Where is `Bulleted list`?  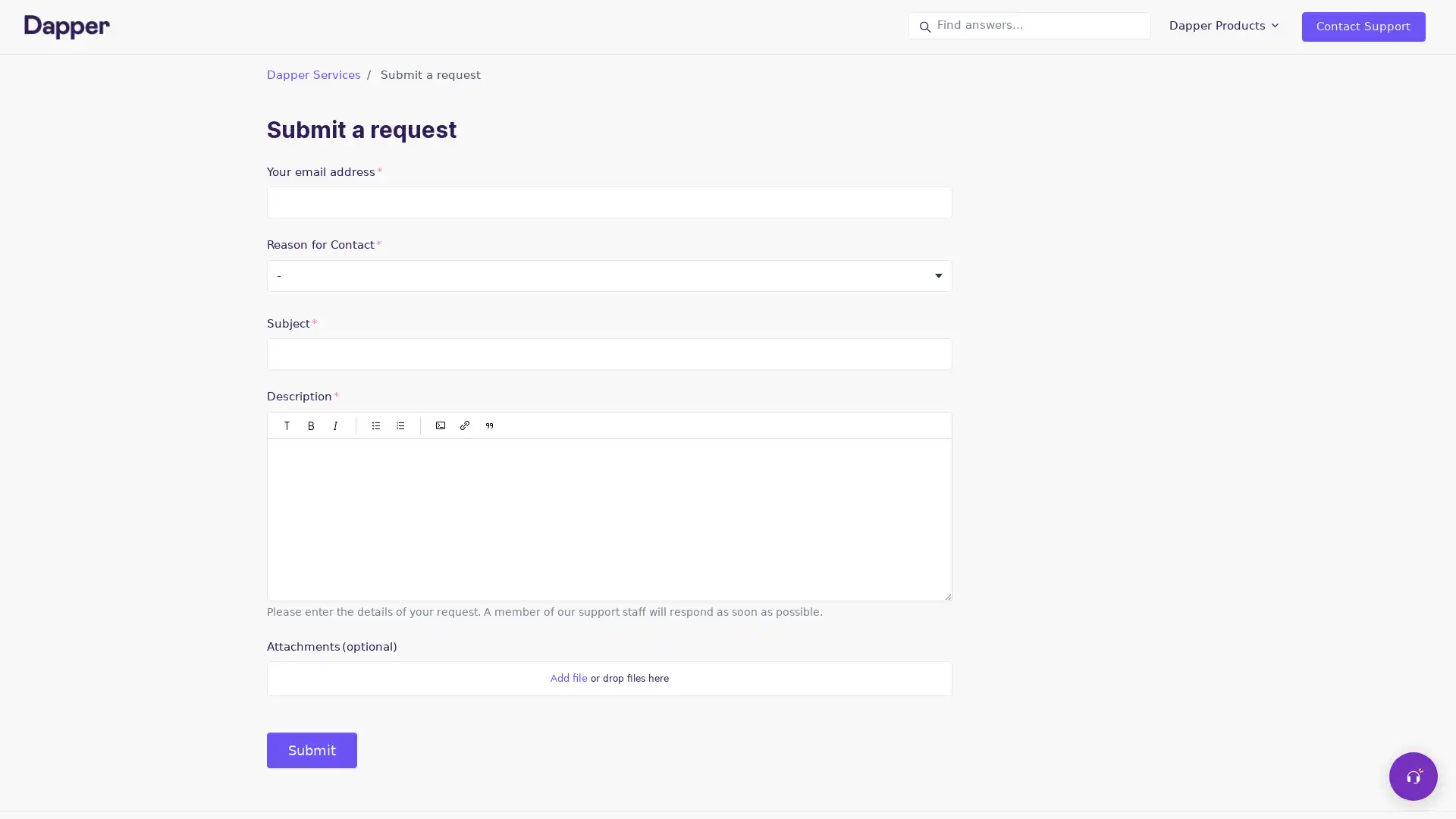 Bulleted list is located at coordinates (375, 425).